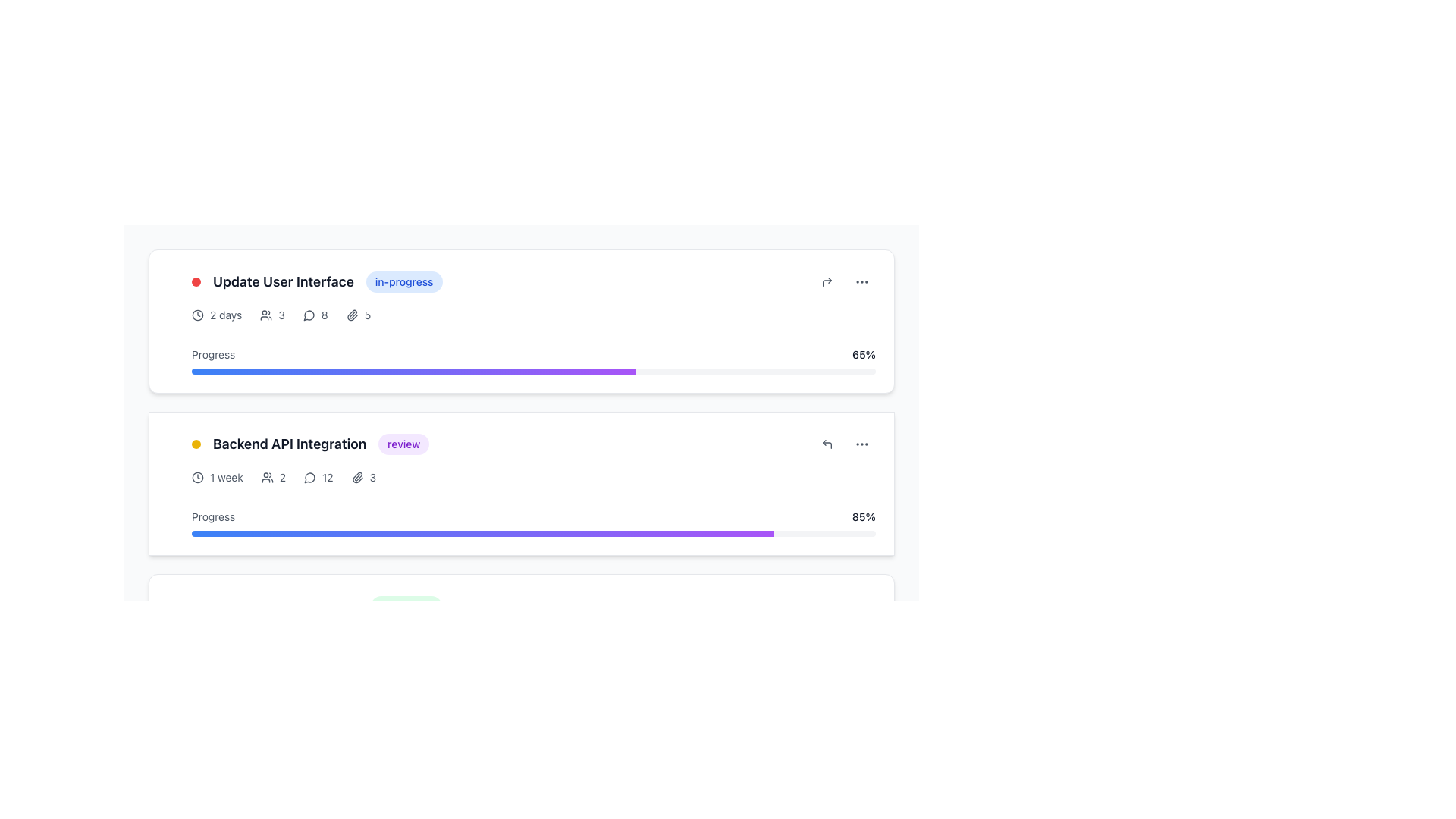  I want to click on the purple label with rounded corners that contains the text 'review', located at the right end of the 'Backend API Integration' header within a task card, so click(403, 444).